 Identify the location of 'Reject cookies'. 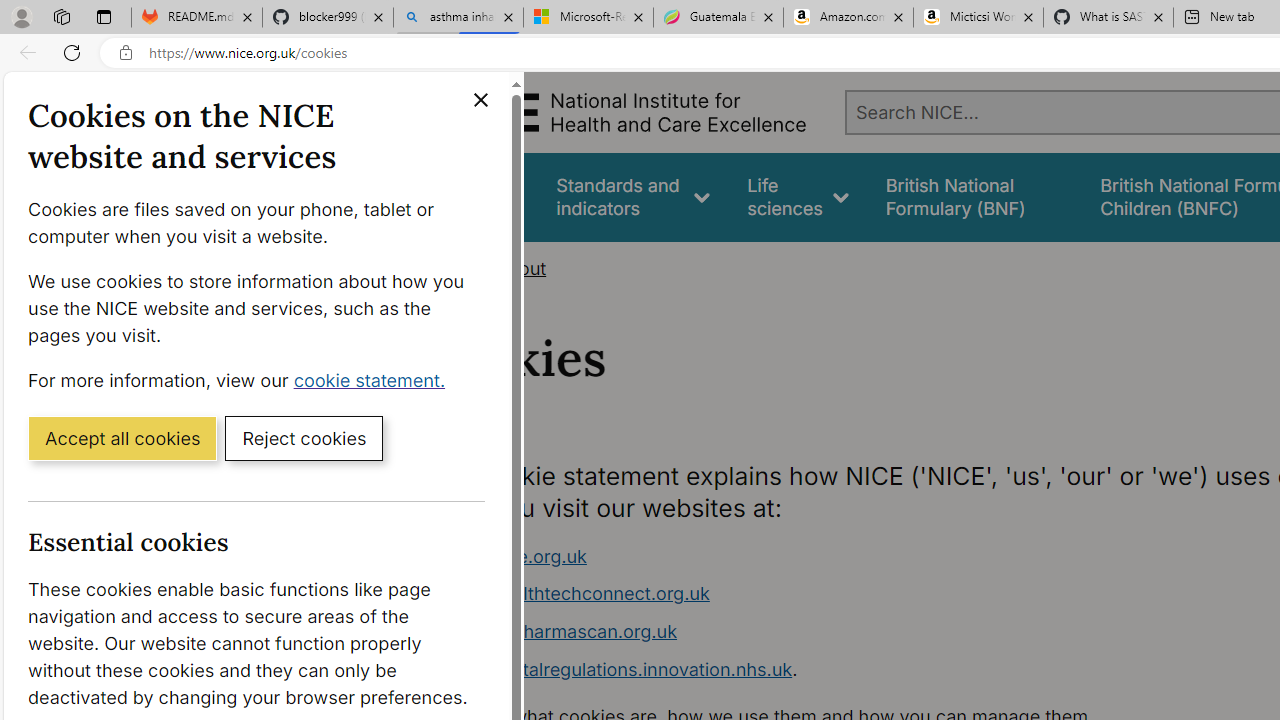
(303, 436).